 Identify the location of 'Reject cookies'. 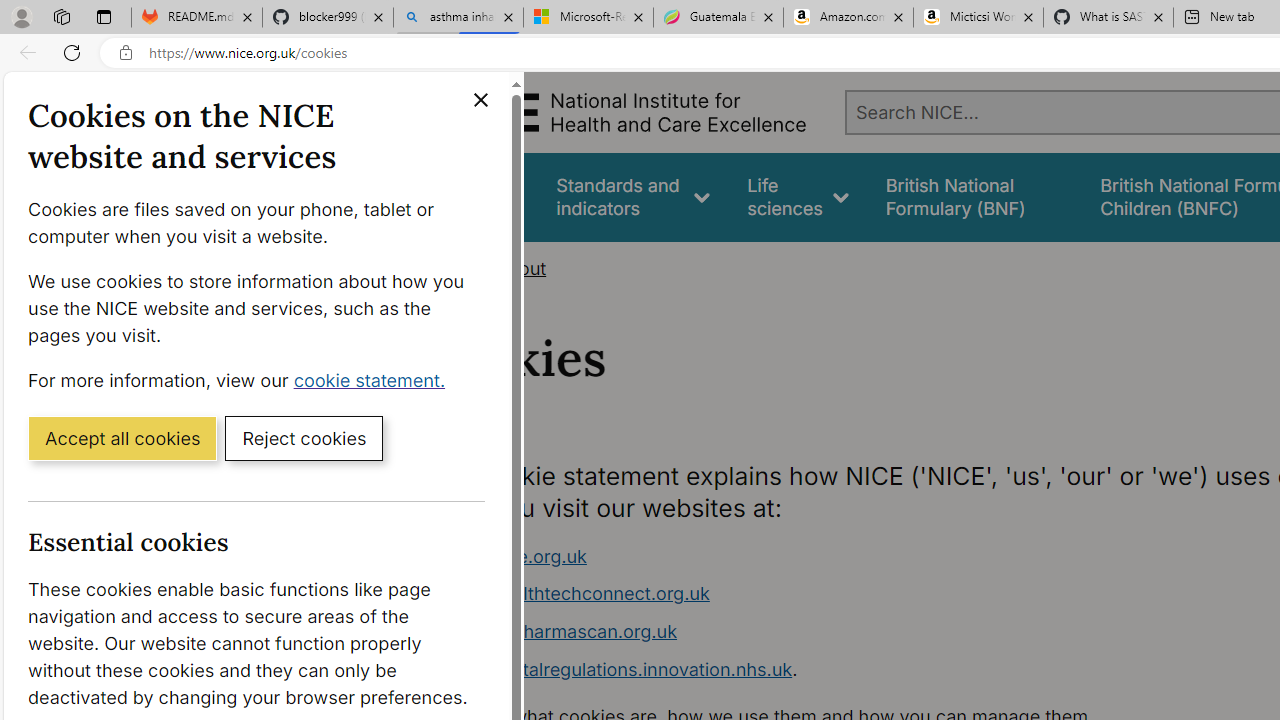
(303, 436).